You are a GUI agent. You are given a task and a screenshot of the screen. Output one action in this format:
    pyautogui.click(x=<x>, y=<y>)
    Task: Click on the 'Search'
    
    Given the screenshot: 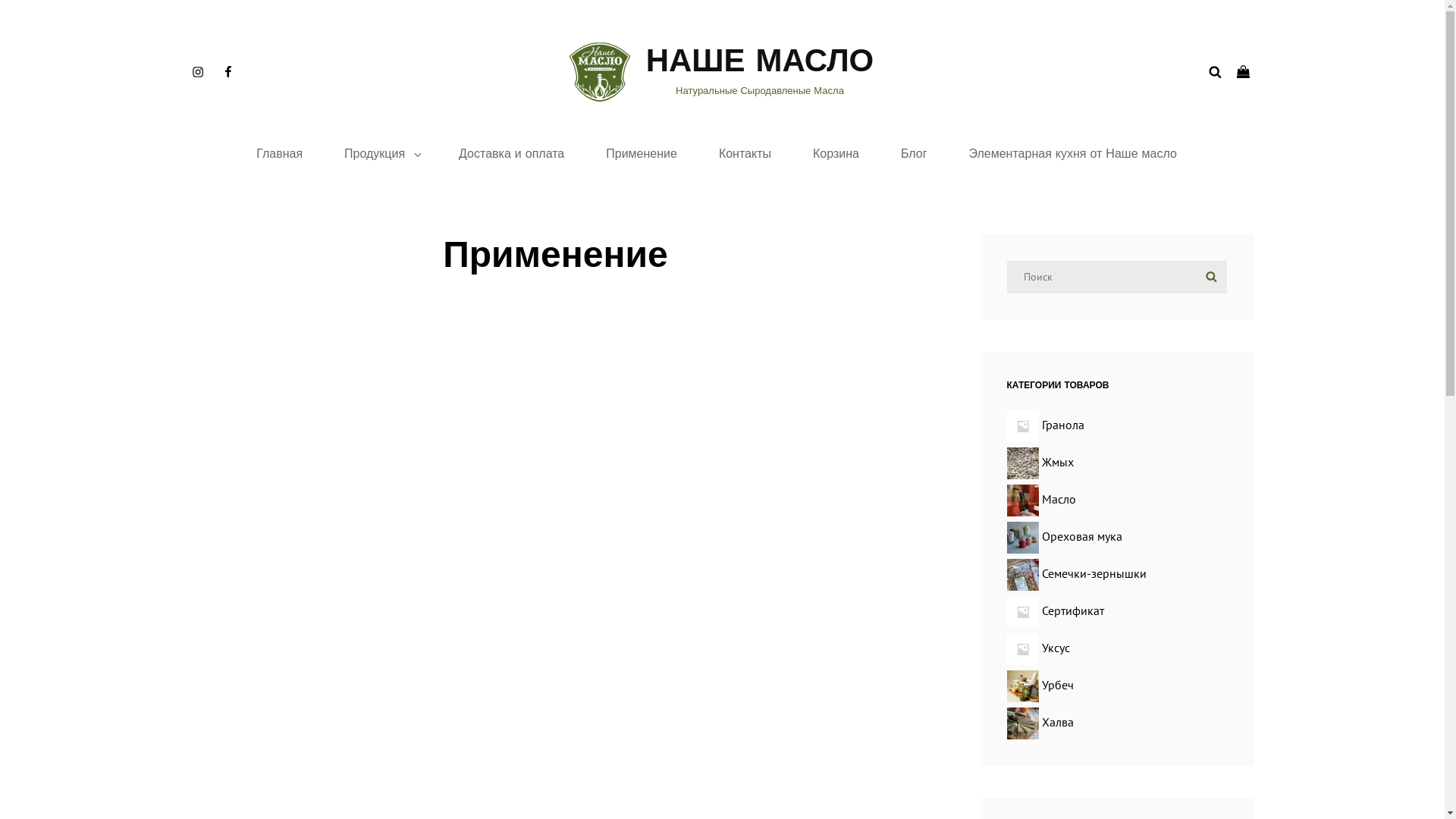 What is the action you would take?
    pyautogui.click(x=1210, y=277)
    